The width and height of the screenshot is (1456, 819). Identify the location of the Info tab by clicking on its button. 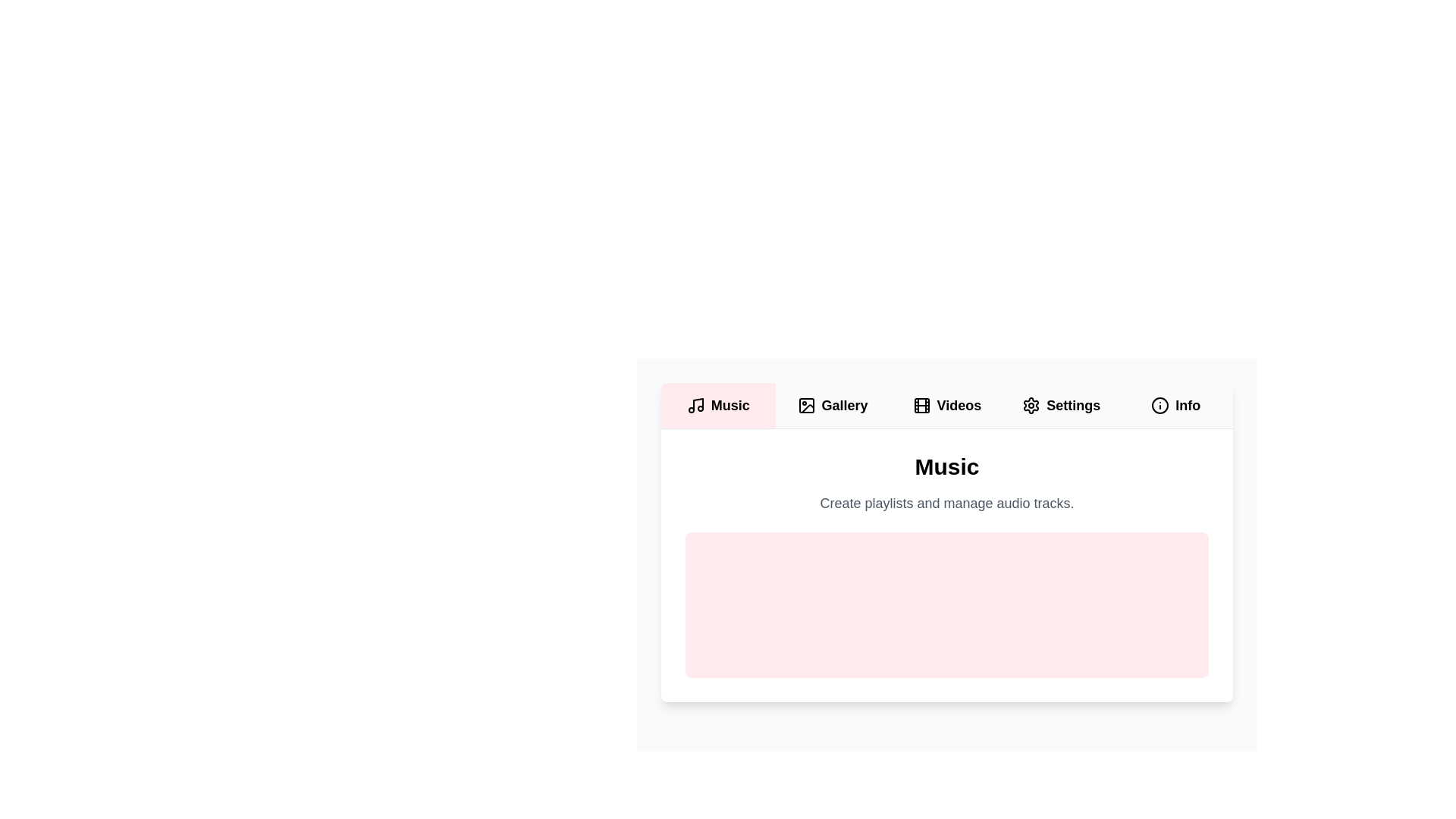
(1175, 405).